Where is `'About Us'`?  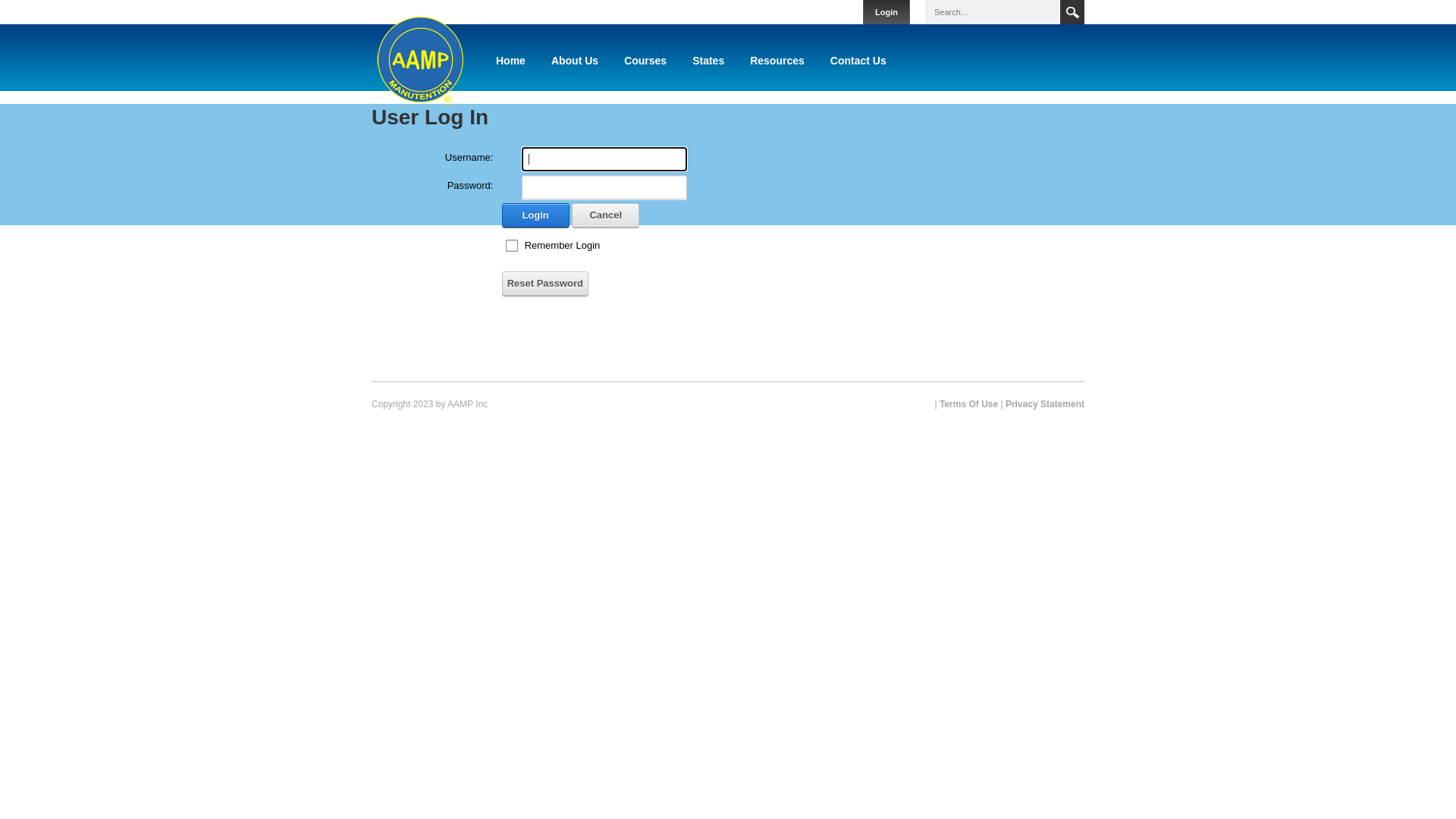
'About Us' is located at coordinates (574, 60).